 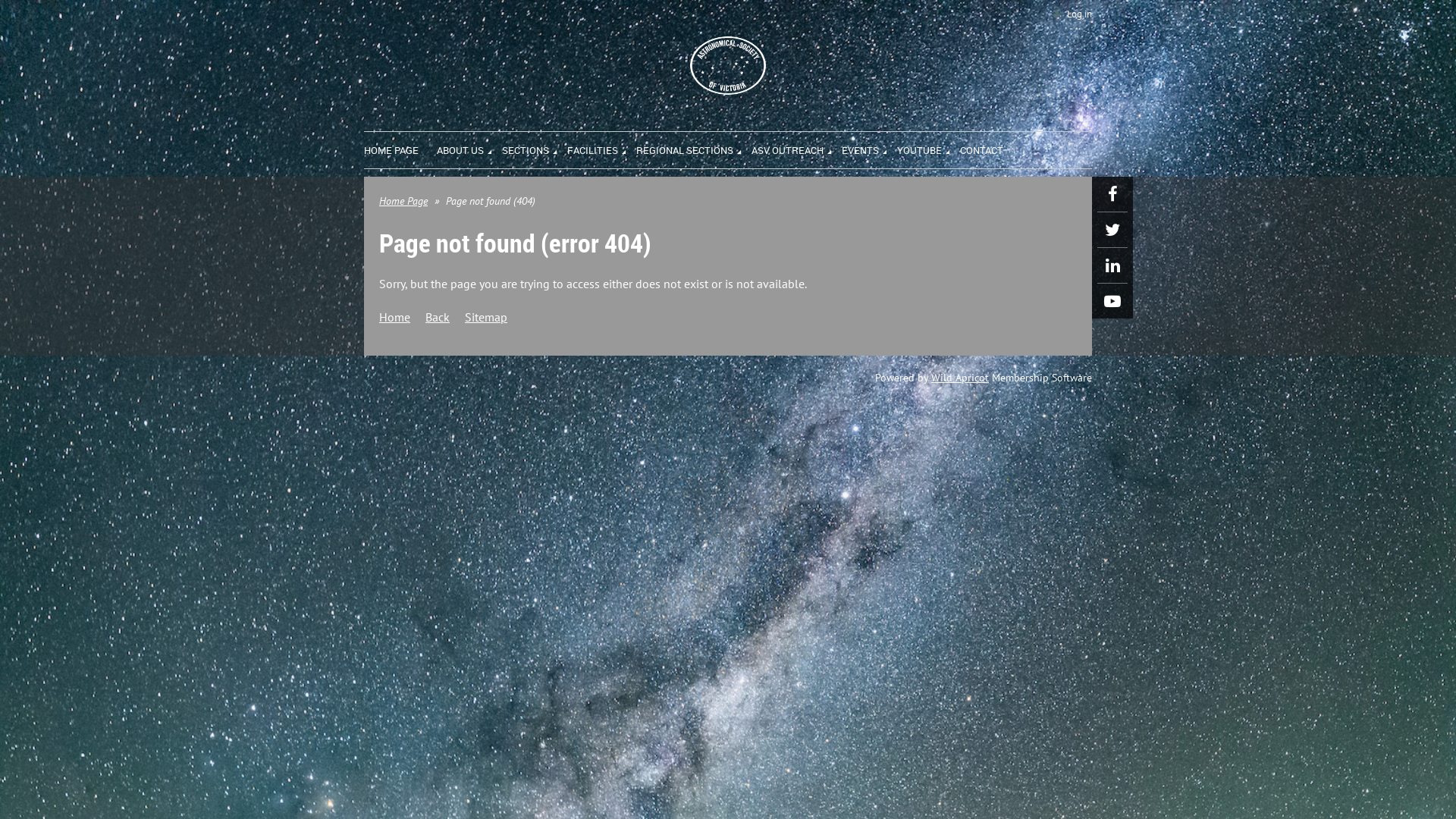 I want to click on 'Home', so click(x=394, y=315).